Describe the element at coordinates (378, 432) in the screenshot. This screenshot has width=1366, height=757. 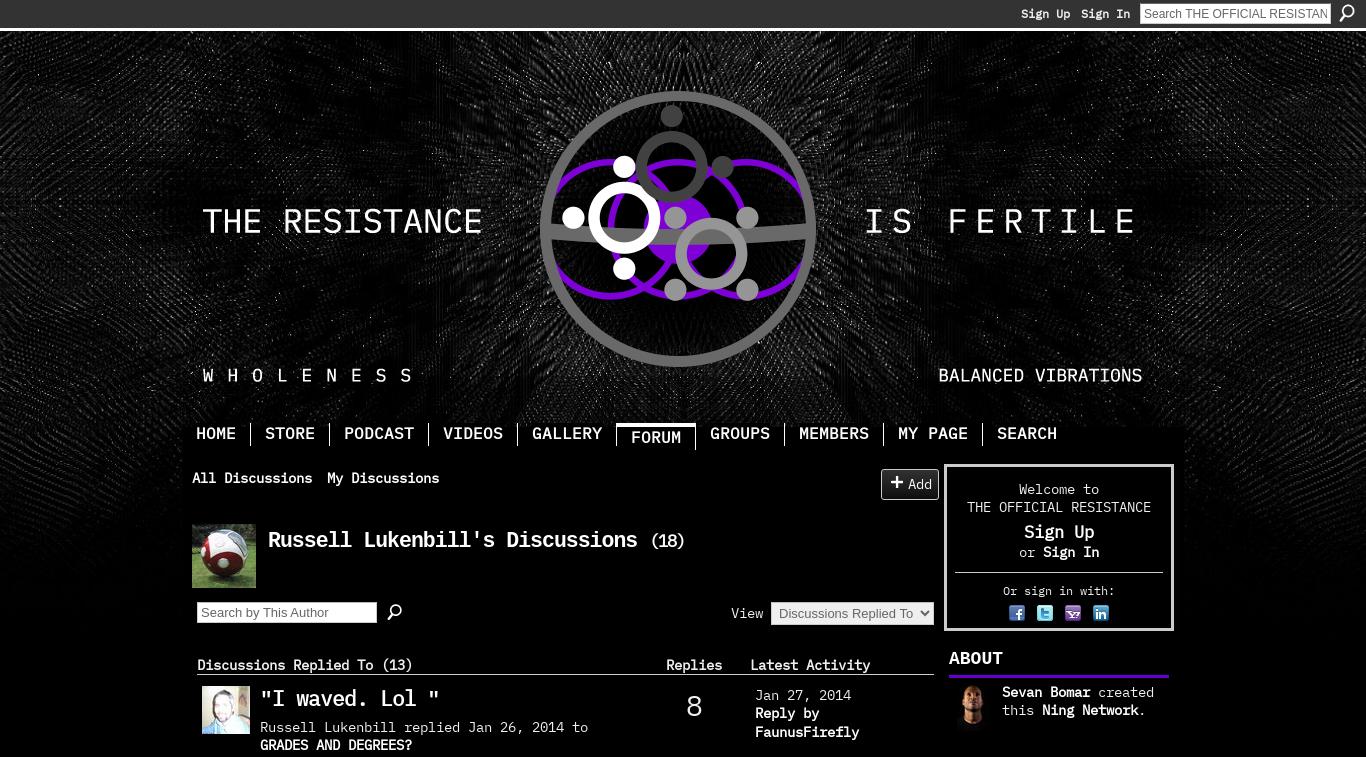
I see `'Podcast'` at that location.